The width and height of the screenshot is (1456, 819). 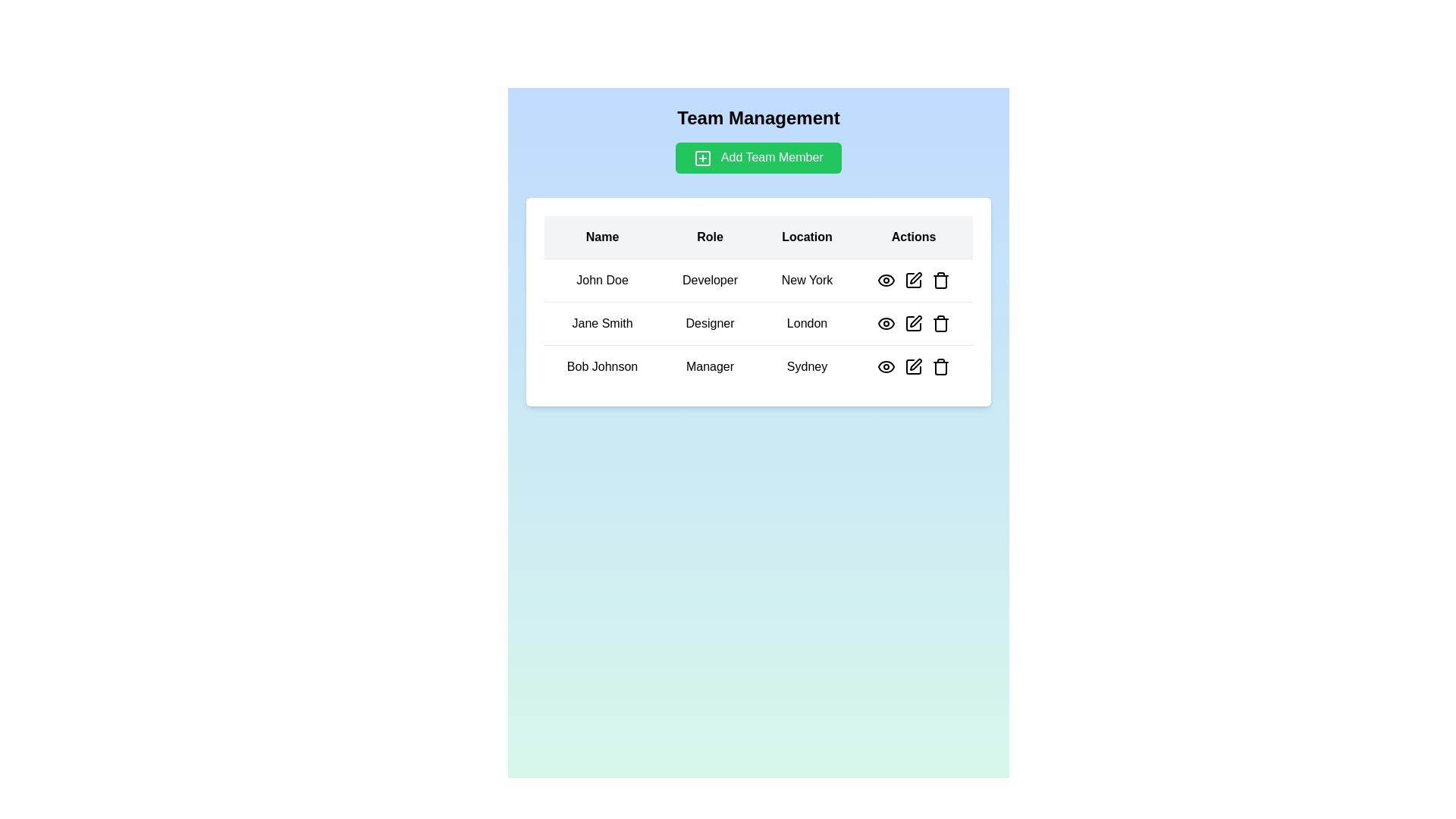 I want to click on the edit button in the 'Actions' column of the first row in the 'Team Management' table, so click(x=912, y=280).